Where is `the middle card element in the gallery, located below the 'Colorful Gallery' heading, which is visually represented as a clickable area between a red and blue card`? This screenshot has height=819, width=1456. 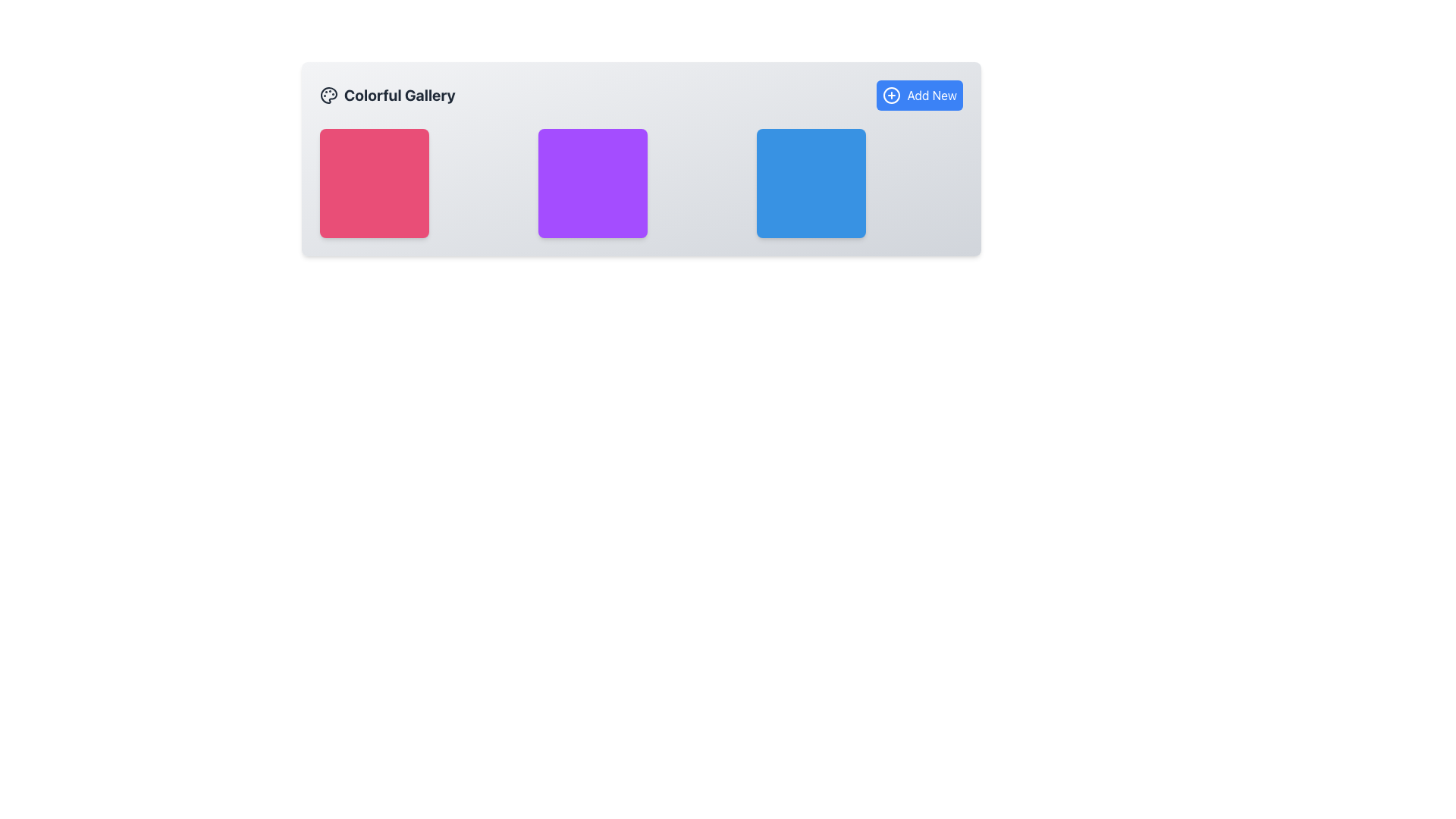
the middle card element in the gallery, located below the 'Colorful Gallery' heading, which is visually represented as a clickable area between a red and blue card is located at coordinates (641, 183).